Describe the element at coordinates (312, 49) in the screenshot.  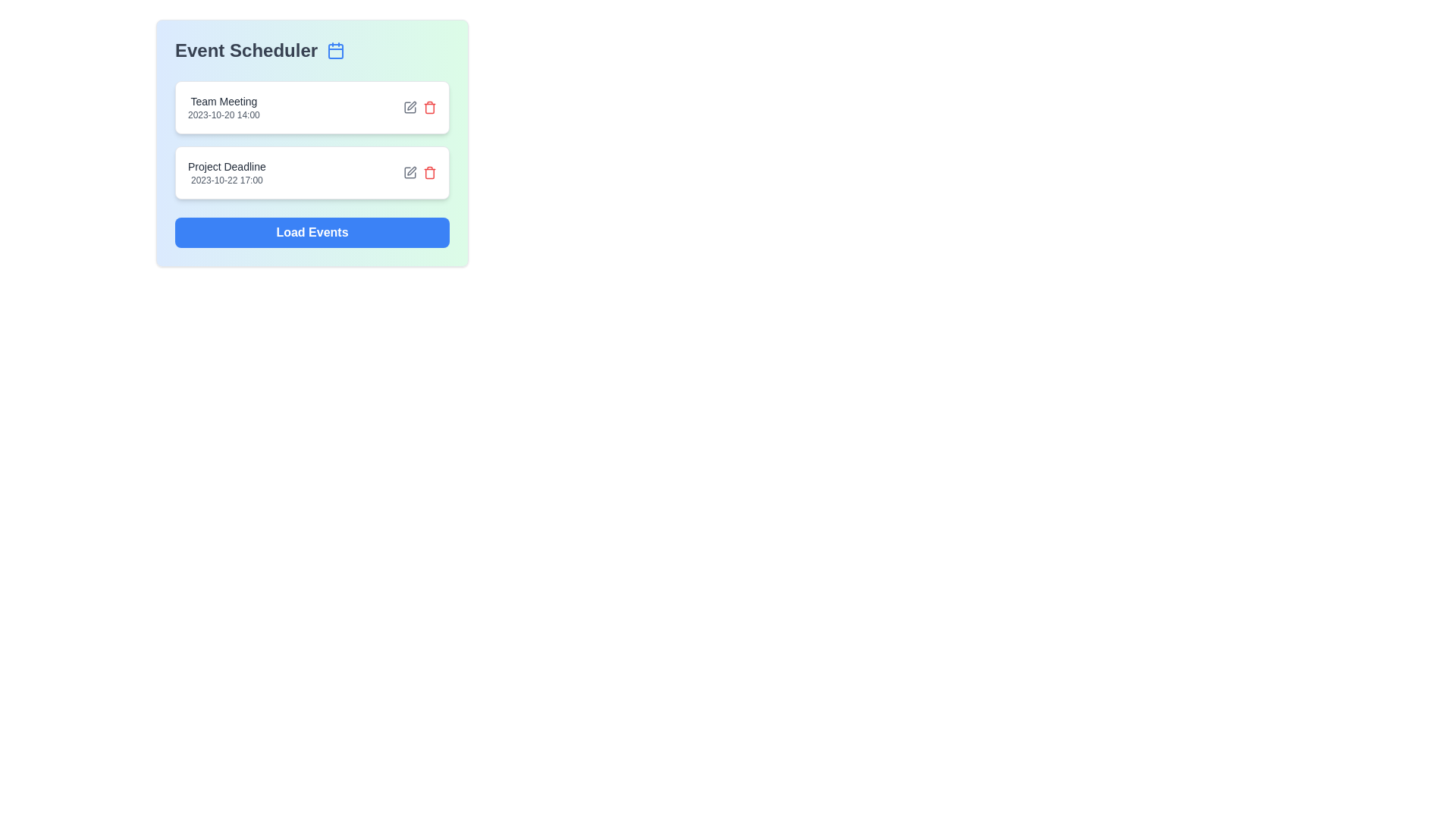
I see `'Event Scheduler' title text located at the top of the interface, which serves as a header for the section` at that location.